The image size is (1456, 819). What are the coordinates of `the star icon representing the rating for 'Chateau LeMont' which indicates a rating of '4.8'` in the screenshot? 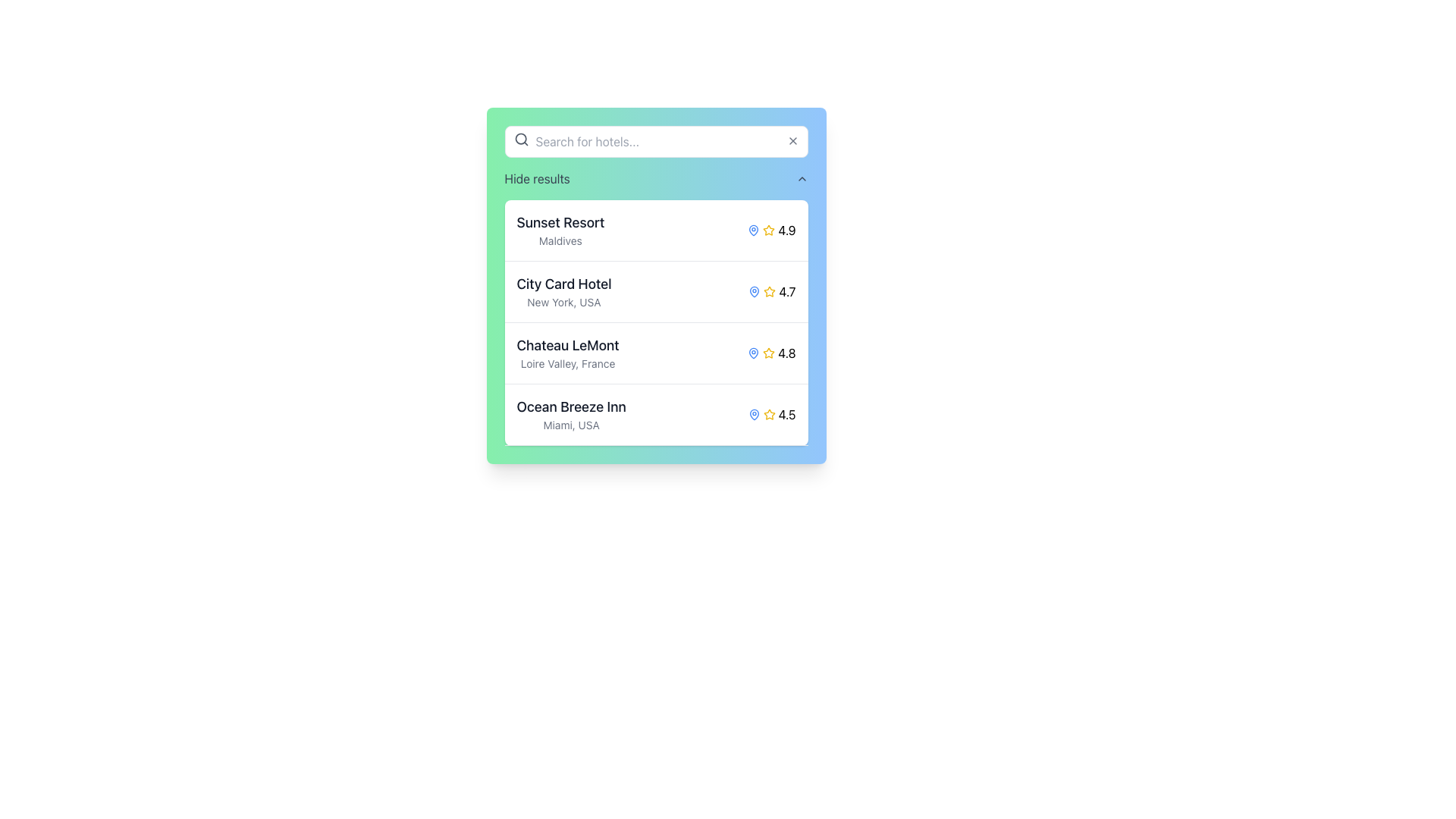 It's located at (769, 353).